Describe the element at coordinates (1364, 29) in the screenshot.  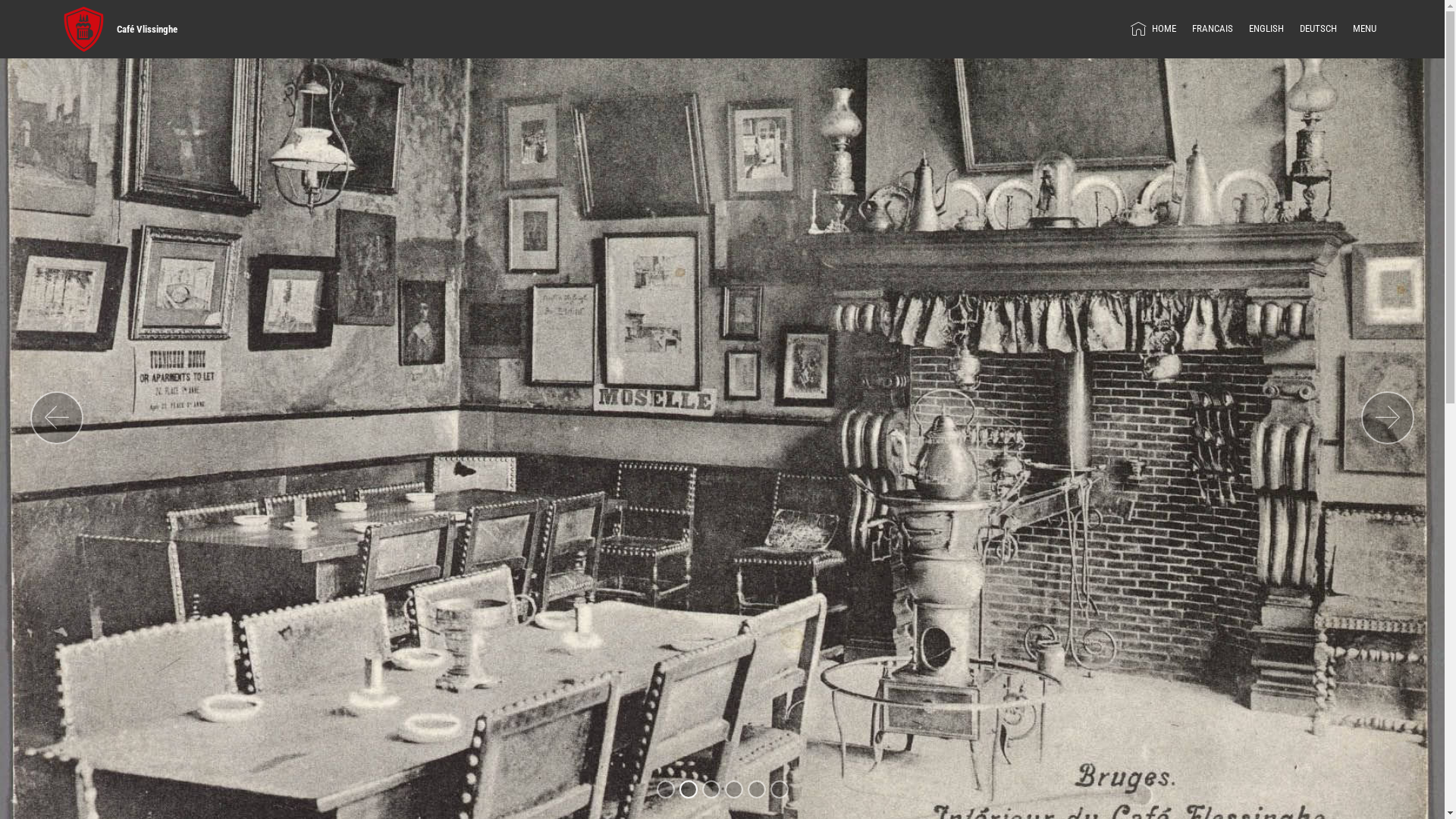
I see `'MENU'` at that location.